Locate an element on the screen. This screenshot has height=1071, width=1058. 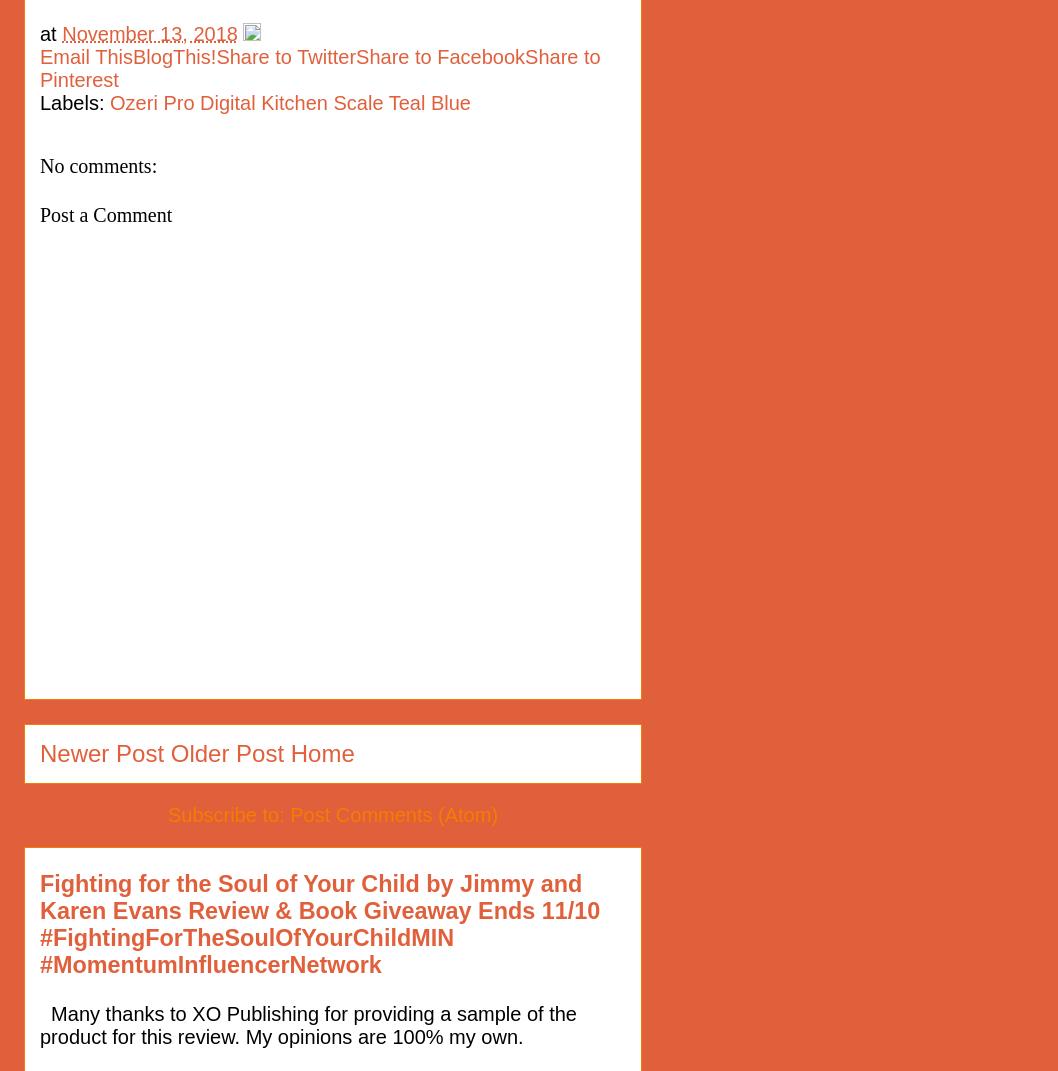
'November 13, 2018' is located at coordinates (148, 31).